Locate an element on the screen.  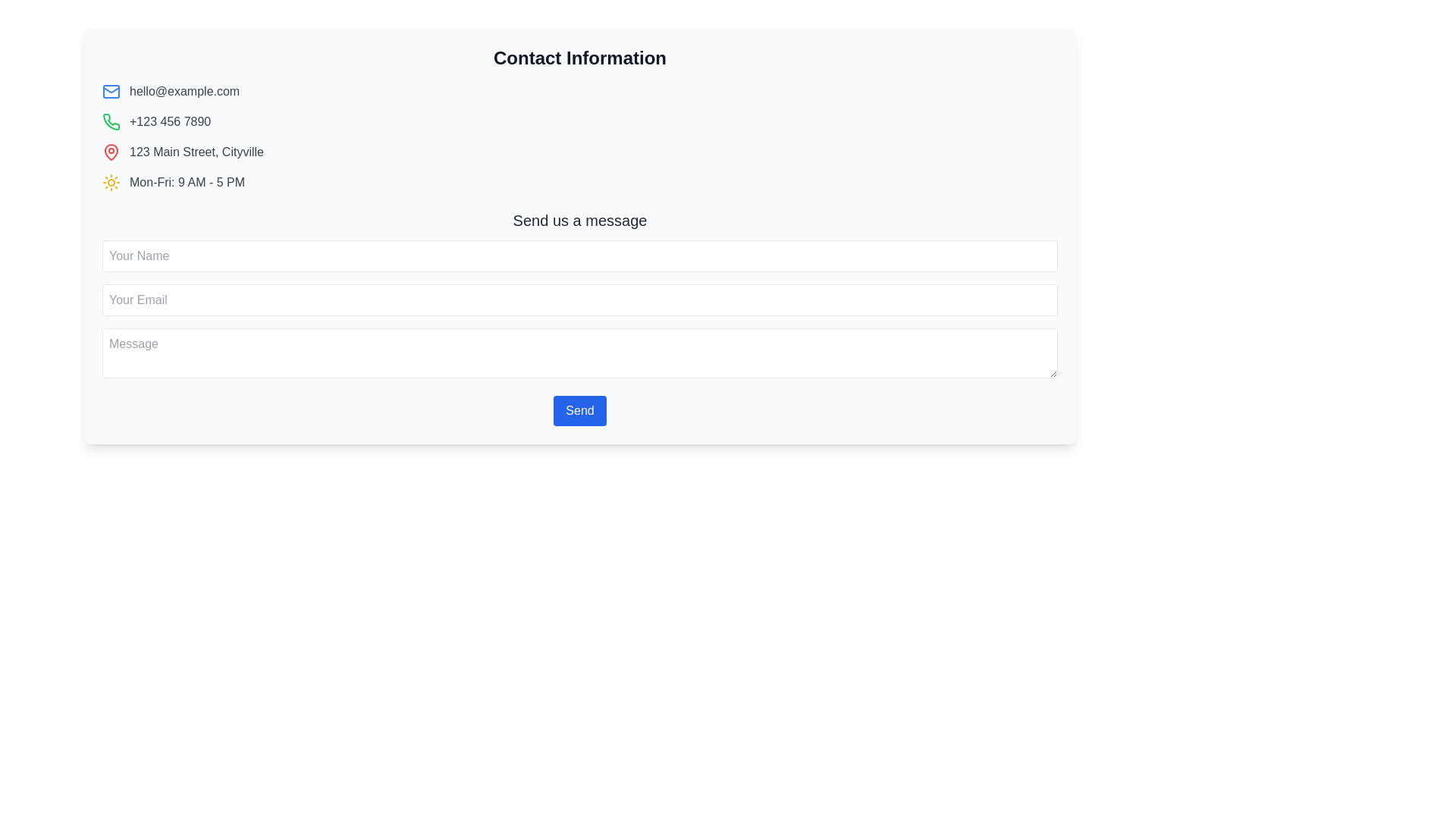
the rectangle with rounded corners that forms the background of the mail icon, located near the top left corner of the interface is located at coordinates (111, 91).